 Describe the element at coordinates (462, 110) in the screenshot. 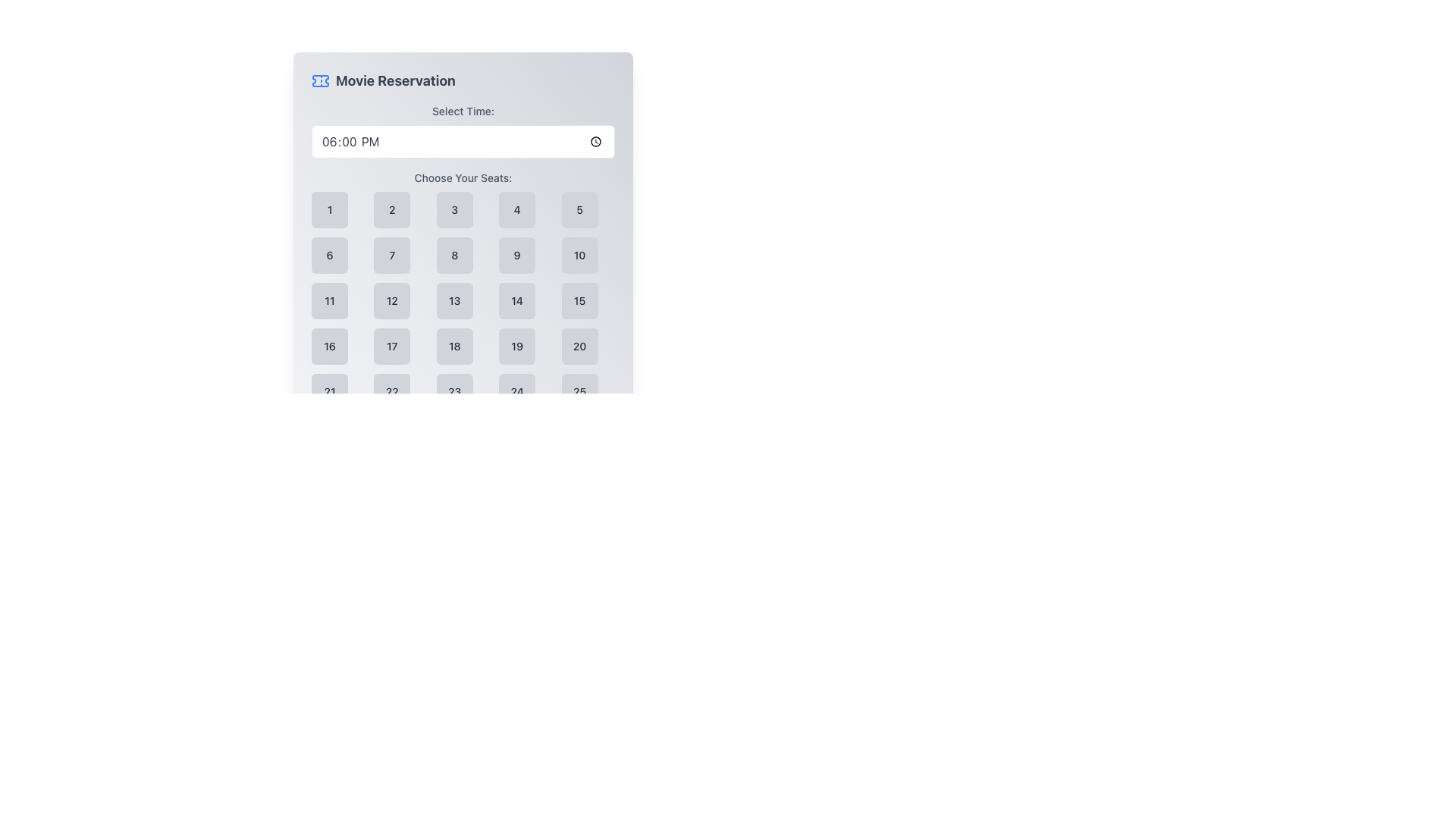

I see `the text label that says 'Select Time:', which is positioned above the time input field and below the 'Movie Reservation' header` at that location.